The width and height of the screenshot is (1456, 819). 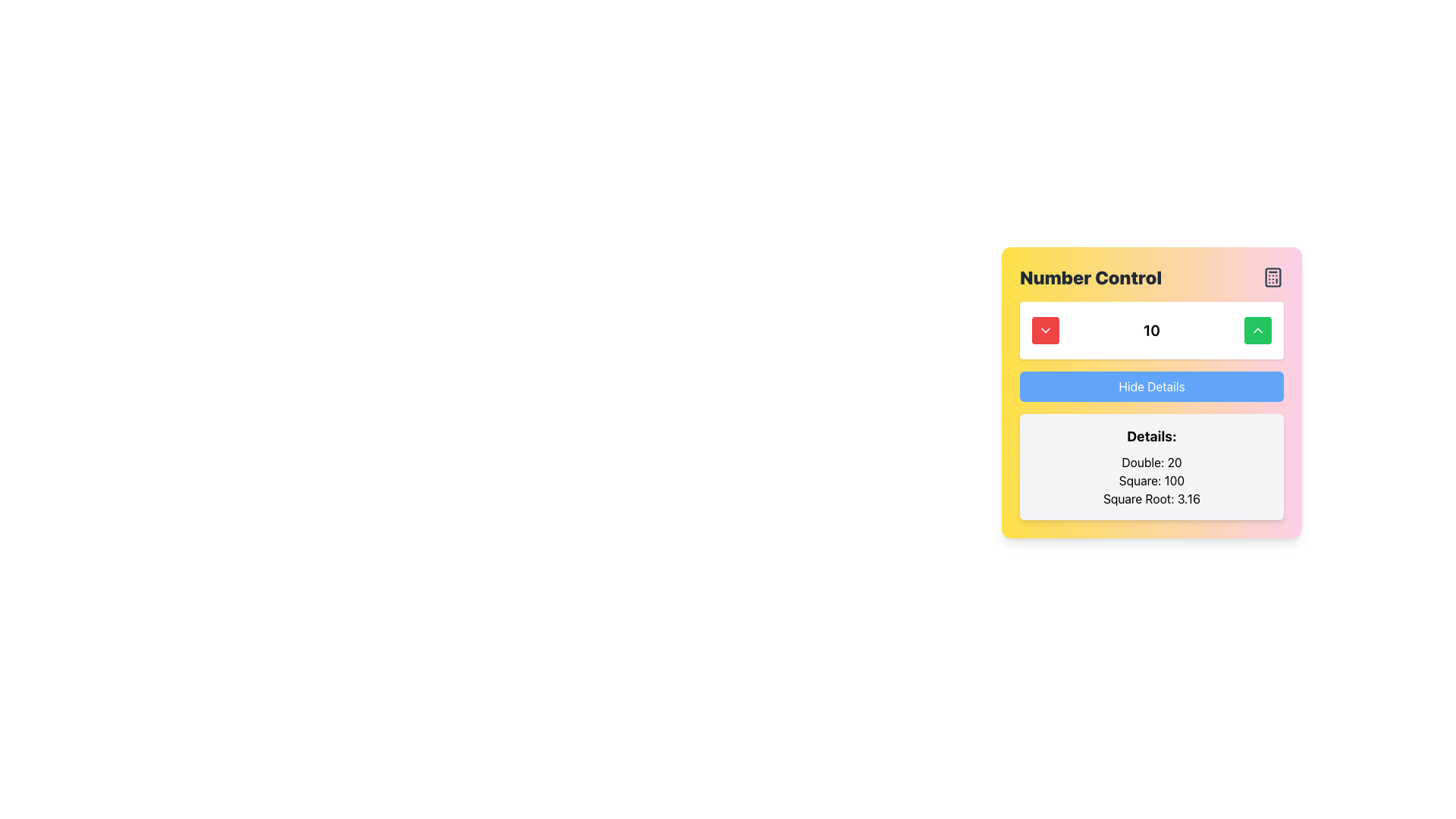 I want to click on the informational Text Block displaying computed values related to a number, located in the bottom section of the 'Details:' box, so click(x=1151, y=480).